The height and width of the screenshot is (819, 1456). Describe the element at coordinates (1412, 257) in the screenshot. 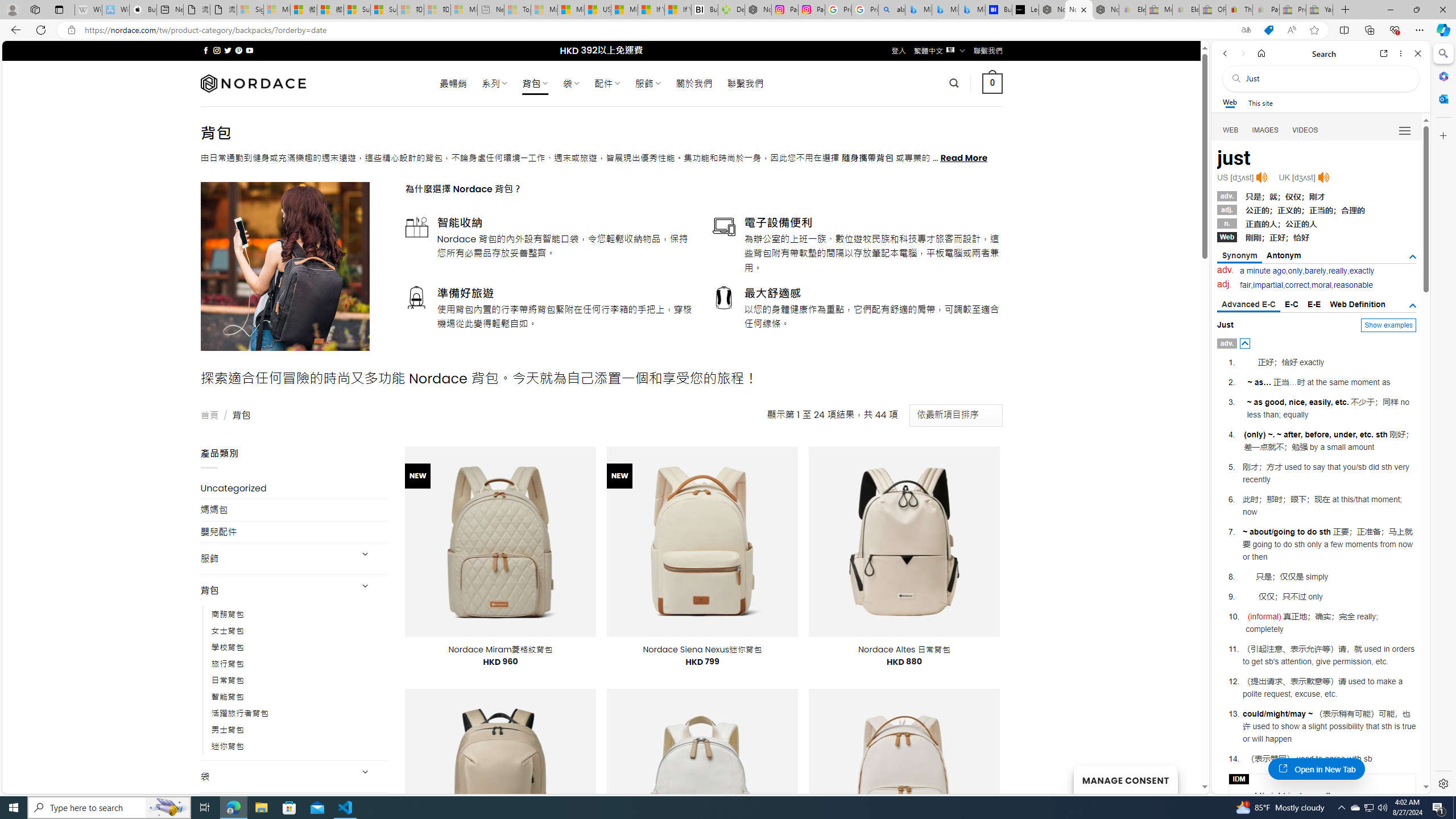

I see `'AutomationID: tgsb'` at that location.